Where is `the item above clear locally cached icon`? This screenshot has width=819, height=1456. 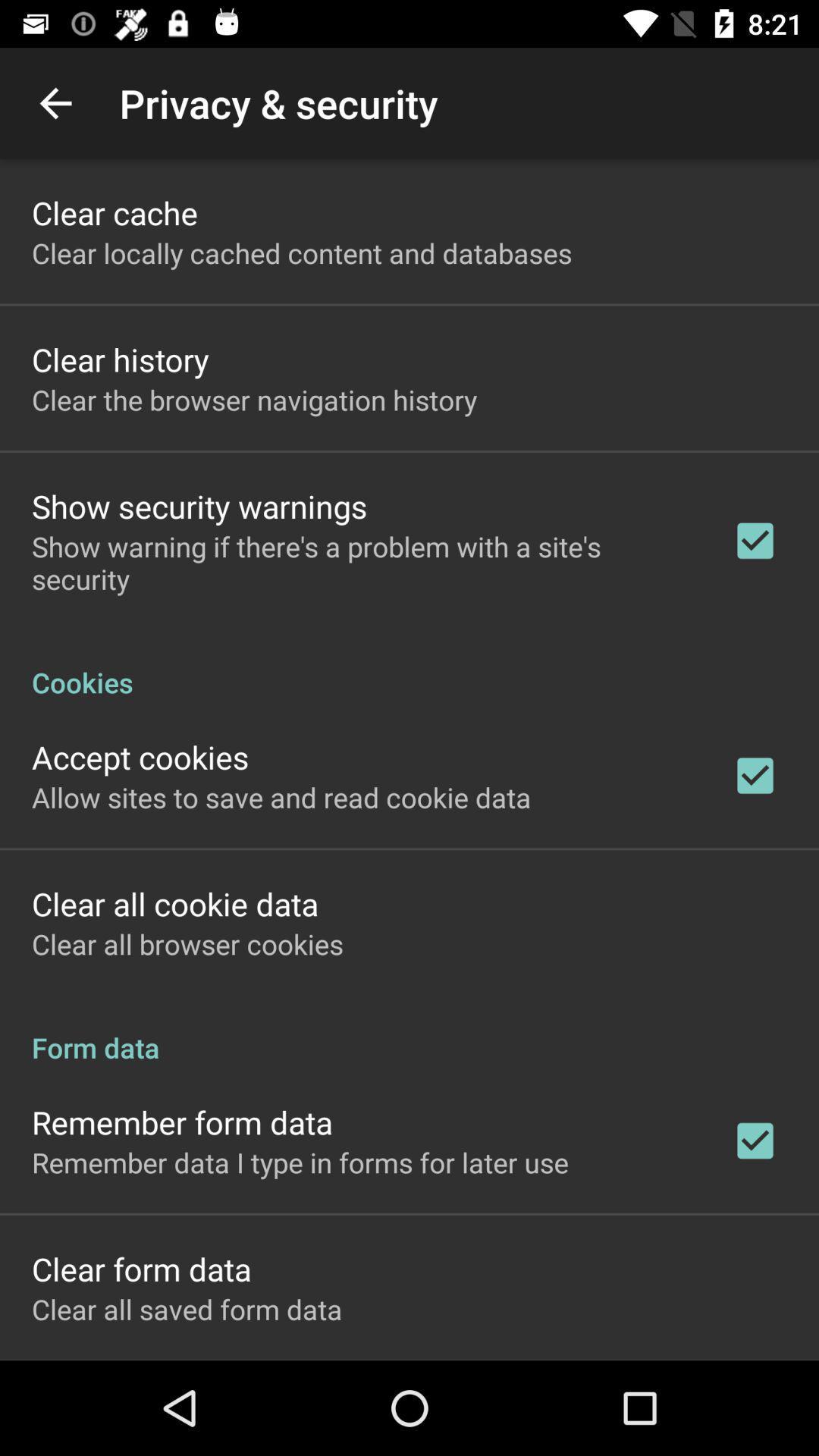
the item above clear locally cached icon is located at coordinates (114, 212).